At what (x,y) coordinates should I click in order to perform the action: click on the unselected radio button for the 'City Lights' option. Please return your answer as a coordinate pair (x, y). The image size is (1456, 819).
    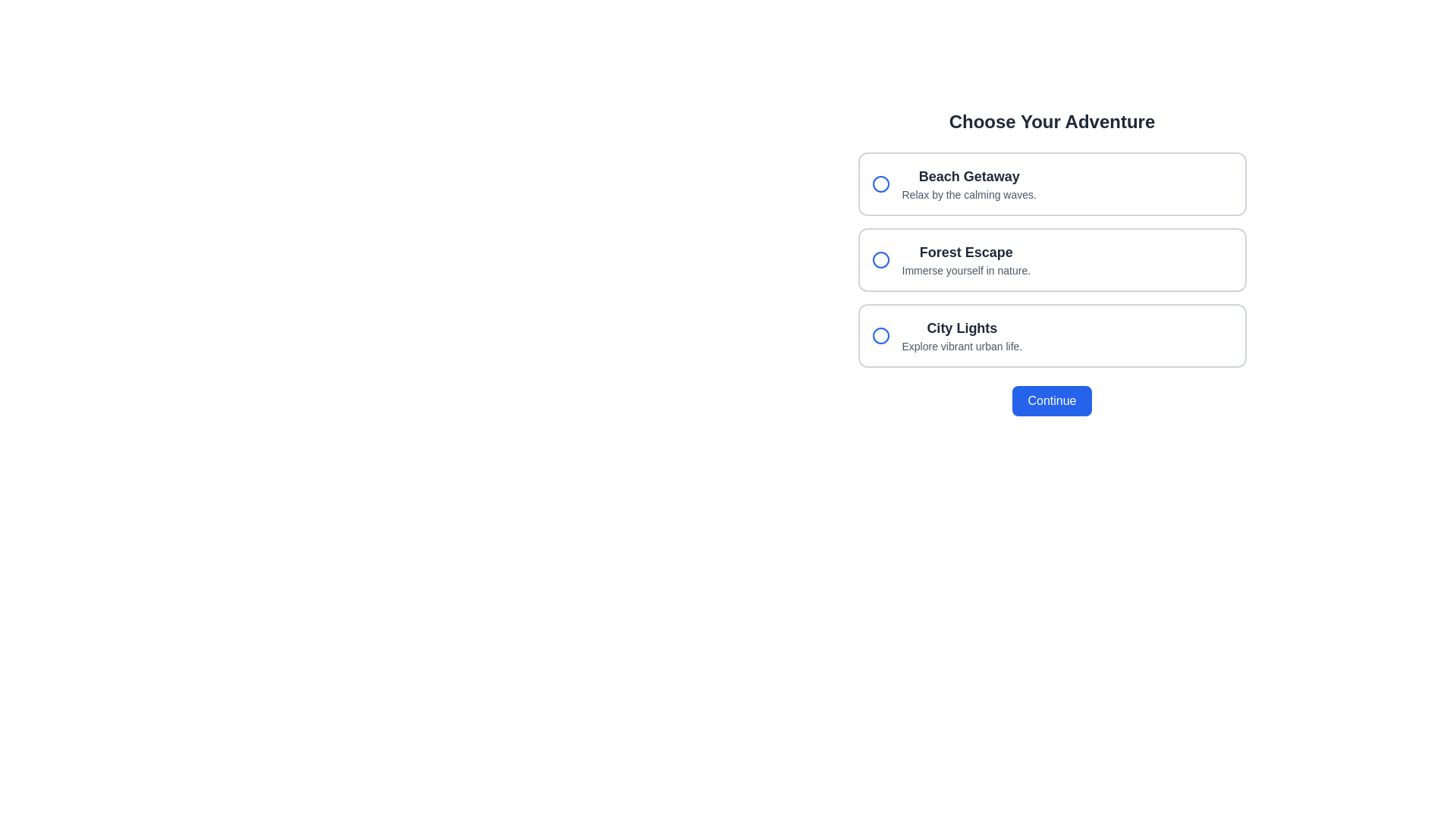
    Looking at the image, I should click on (880, 335).